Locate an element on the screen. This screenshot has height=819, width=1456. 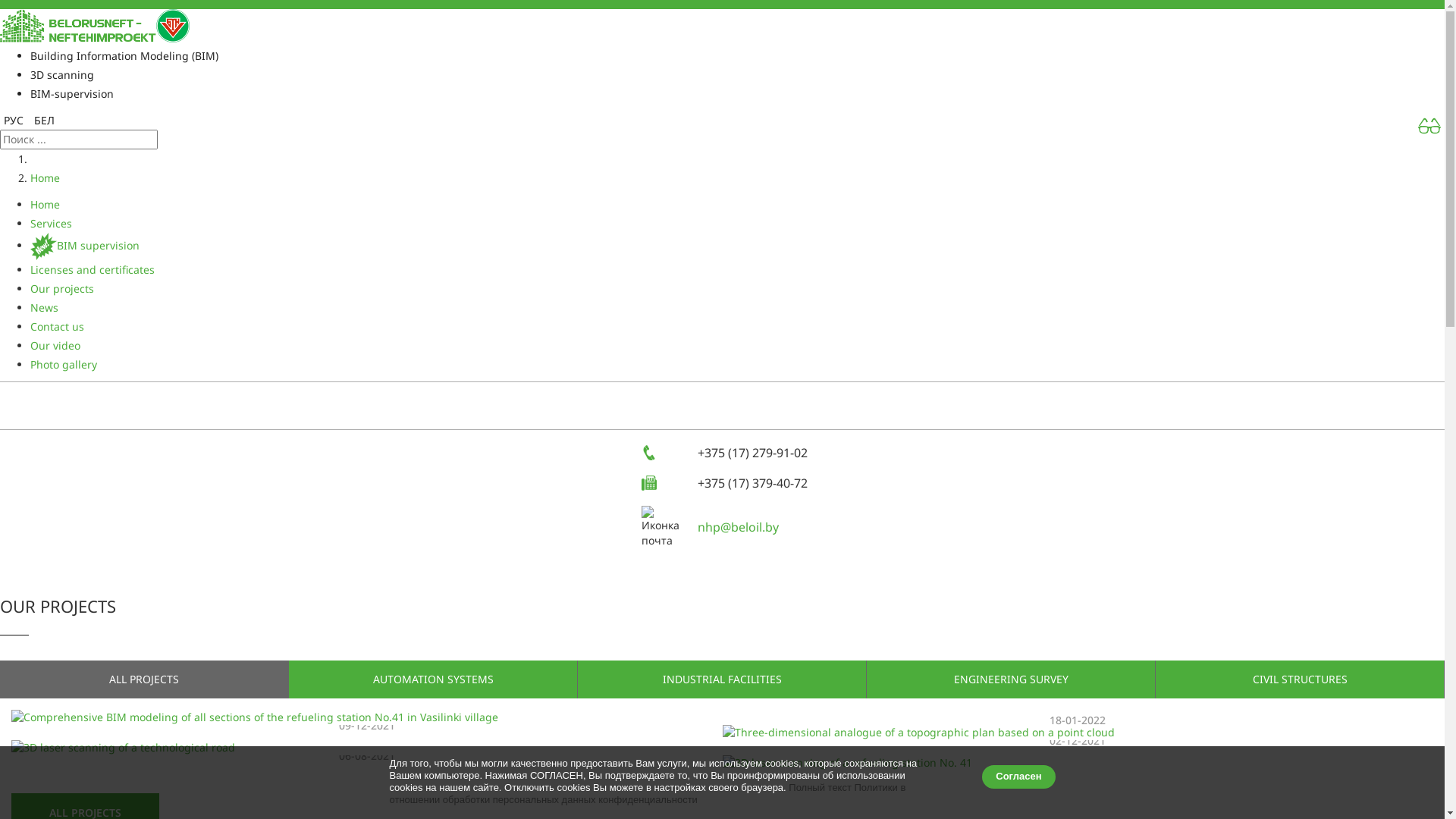
'Homepage Belorusneft-Neftehimproekt' is located at coordinates (0, 24).